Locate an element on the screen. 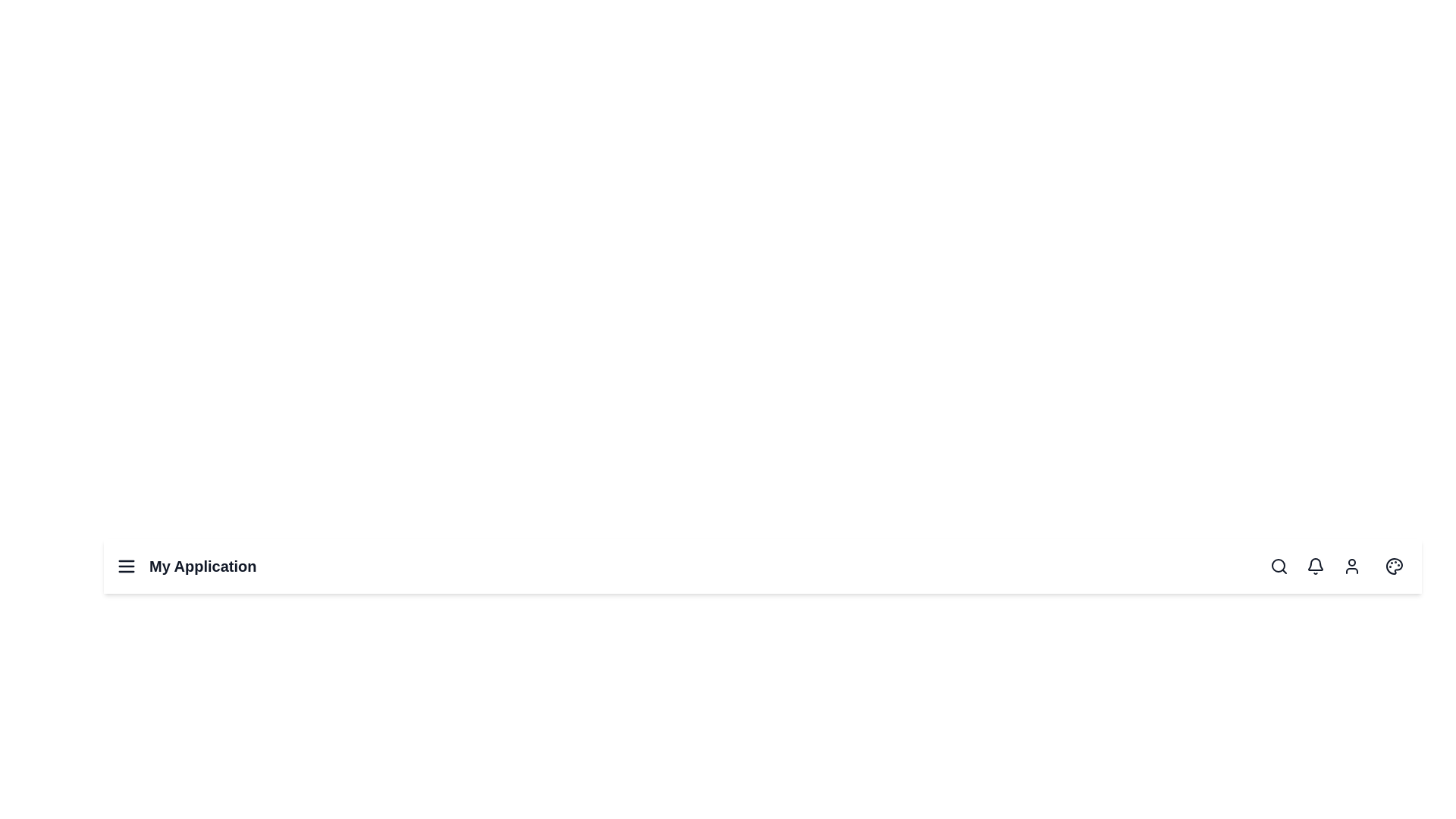  the bell icon to check for notifications is located at coordinates (1314, 566).